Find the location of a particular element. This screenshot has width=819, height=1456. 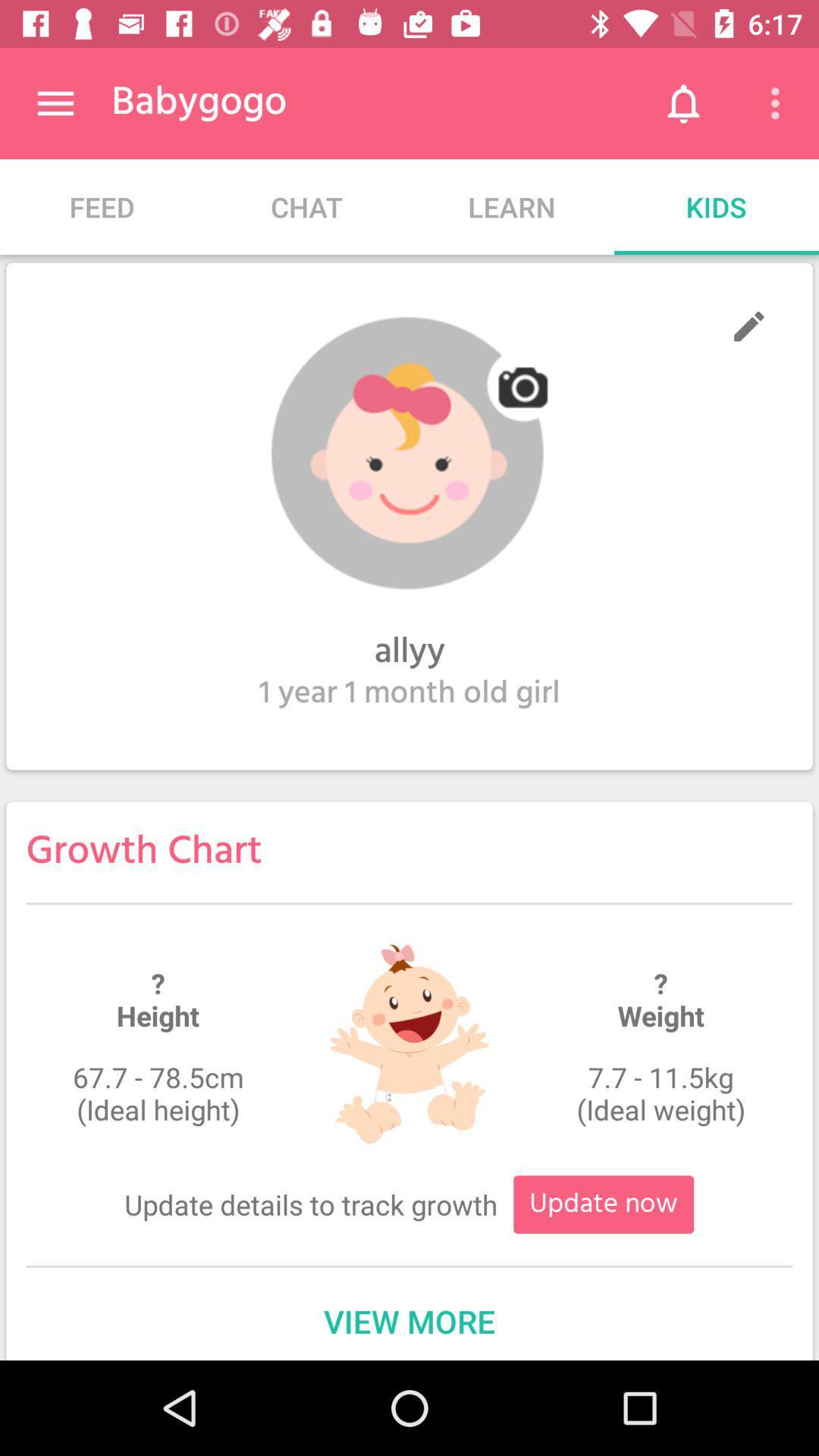

write a comment is located at coordinates (748, 325).